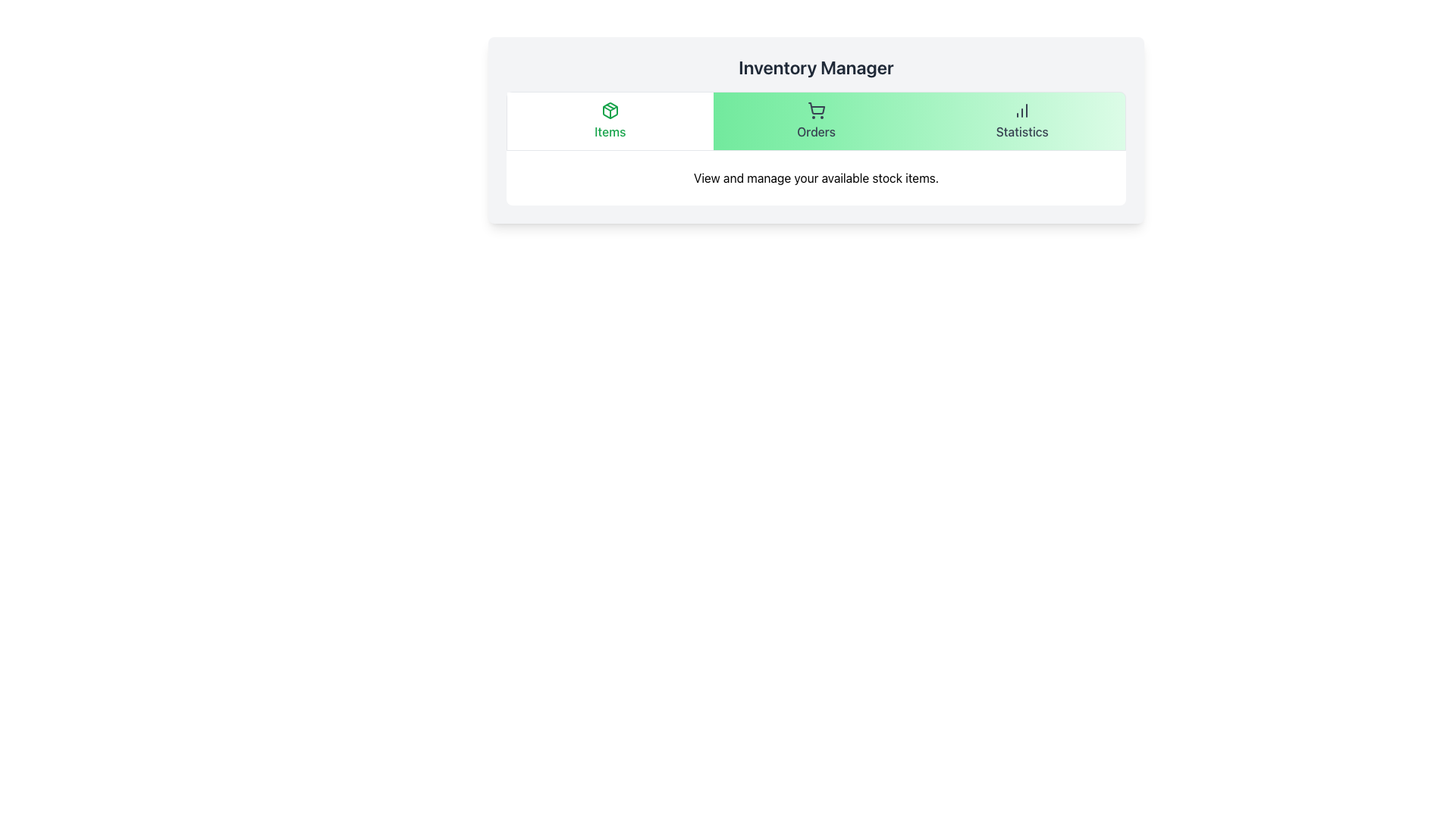  Describe the element at coordinates (1022, 120) in the screenshot. I see `the navigation button labeled 'Inventory Manager'` at that location.